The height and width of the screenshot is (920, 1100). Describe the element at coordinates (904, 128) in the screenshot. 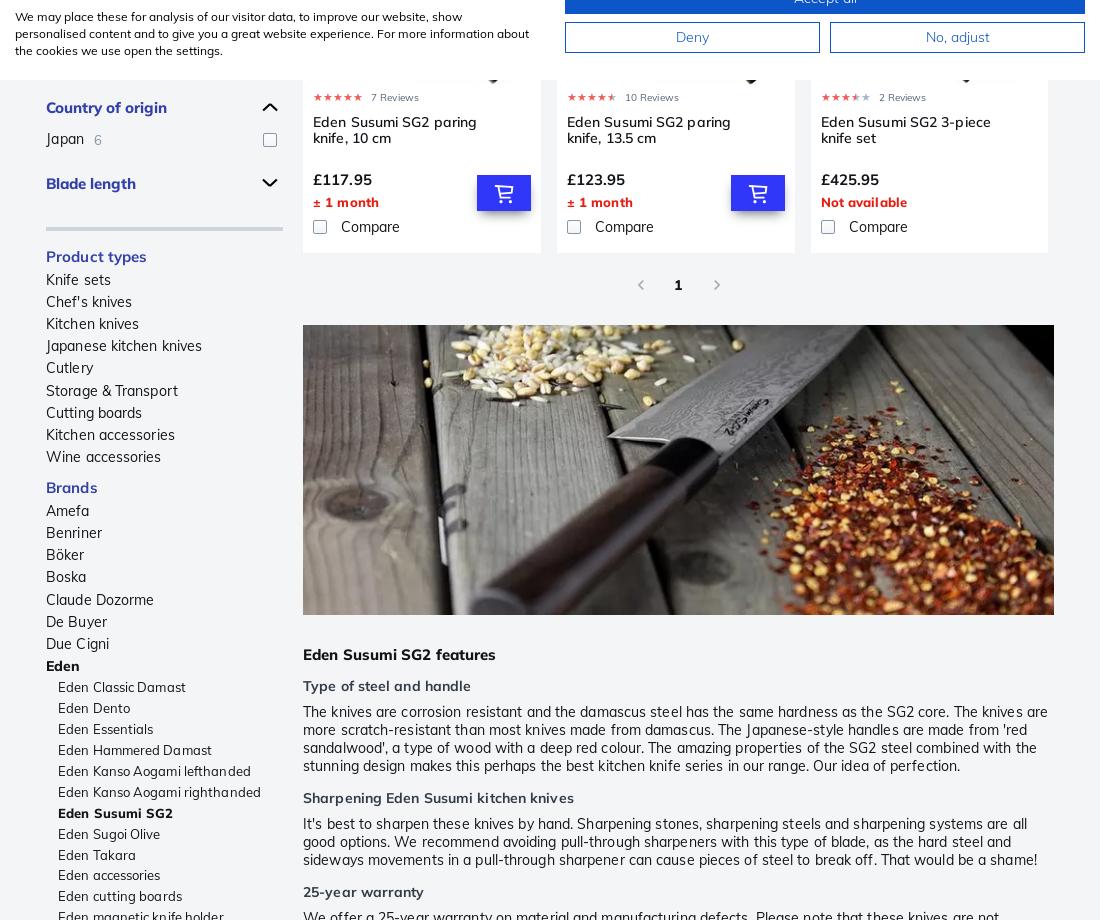

I see `'Eden Susumi SG2 3-piece knife set'` at that location.